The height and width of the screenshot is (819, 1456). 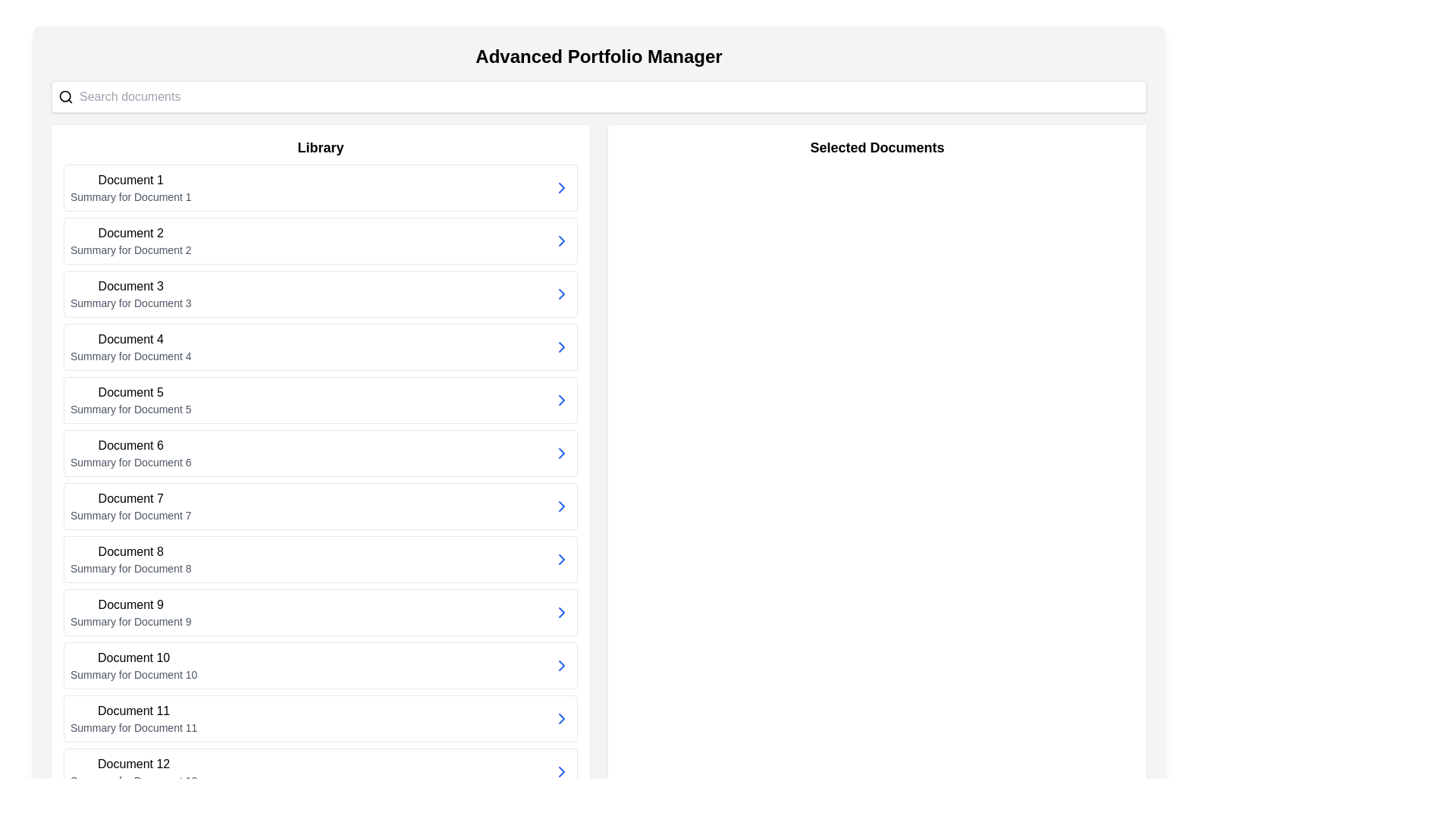 What do you see at coordinates (130, 187) in the screenshot?
I see `the topmost item descriptor in the 'Library' section, which displays 'Document 1' and 'Summary for Document 1'` at bounding box center [130, 187].